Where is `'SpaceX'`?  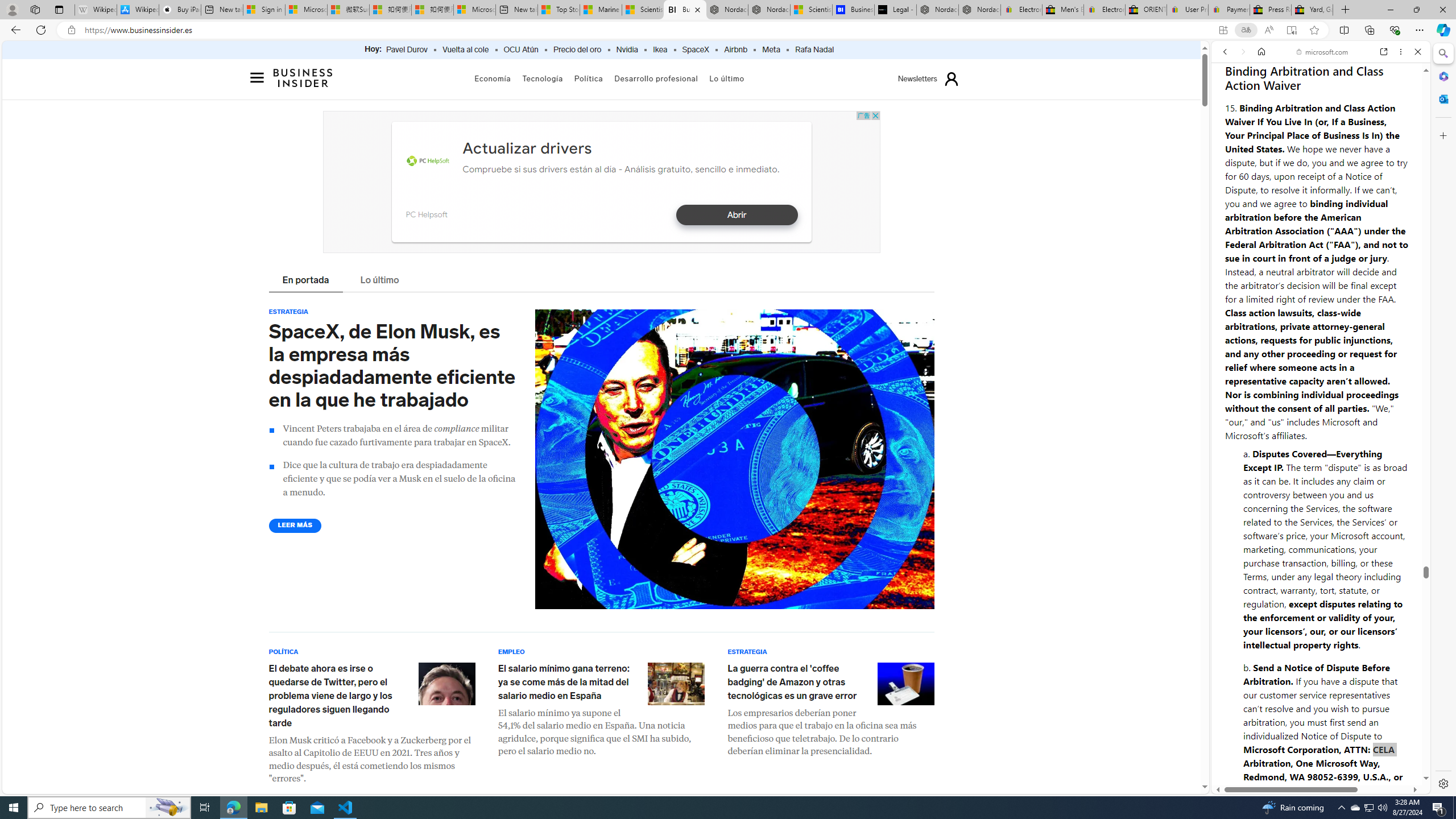
'SpaceX' is located at coordinates (695, 49).